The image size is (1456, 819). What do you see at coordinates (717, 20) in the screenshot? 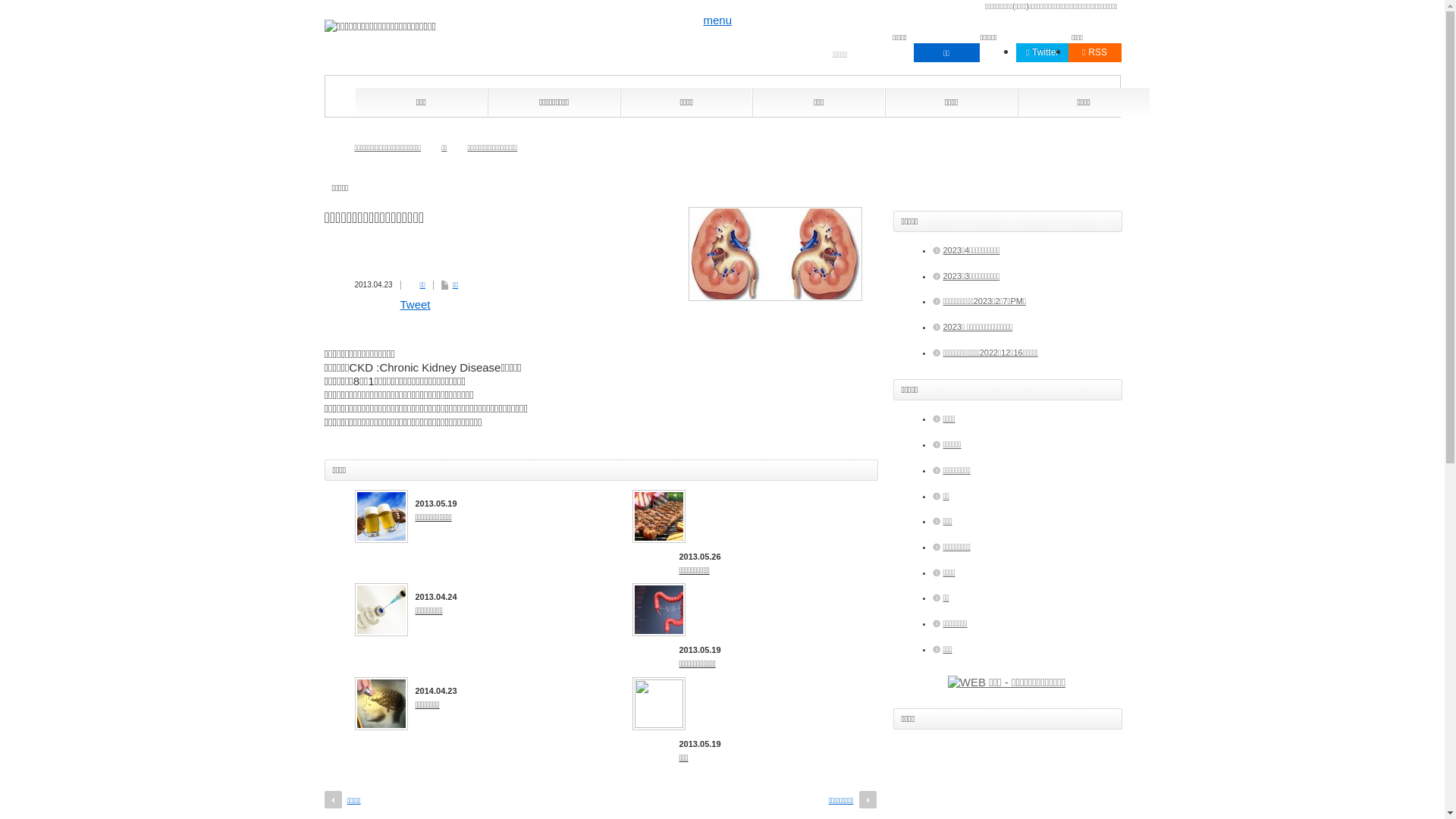
I see `'menu'` at bounding box center [717, 20].